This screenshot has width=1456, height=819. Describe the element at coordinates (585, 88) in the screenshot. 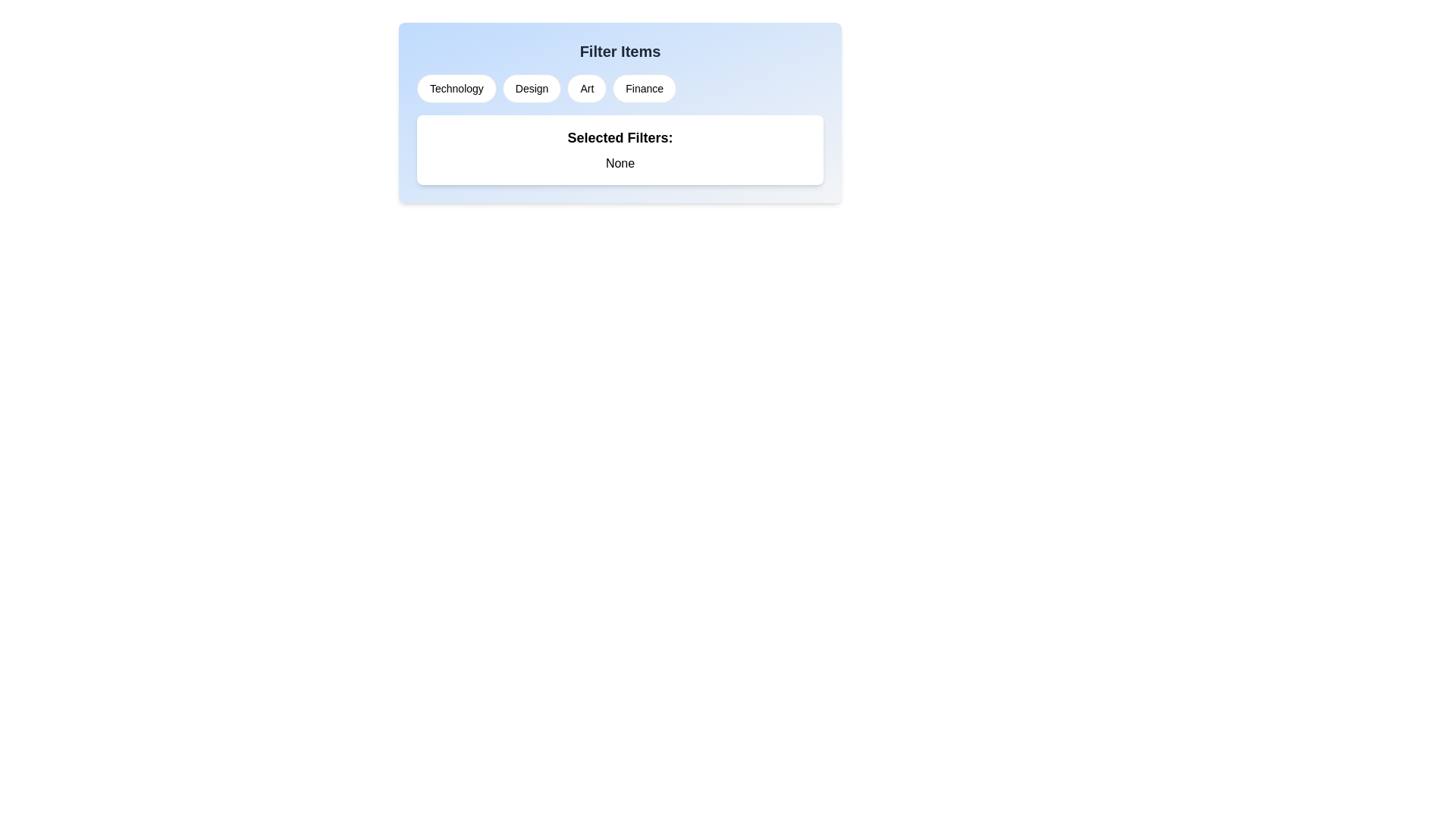

I see `the filter chip labeled Art` at that location.